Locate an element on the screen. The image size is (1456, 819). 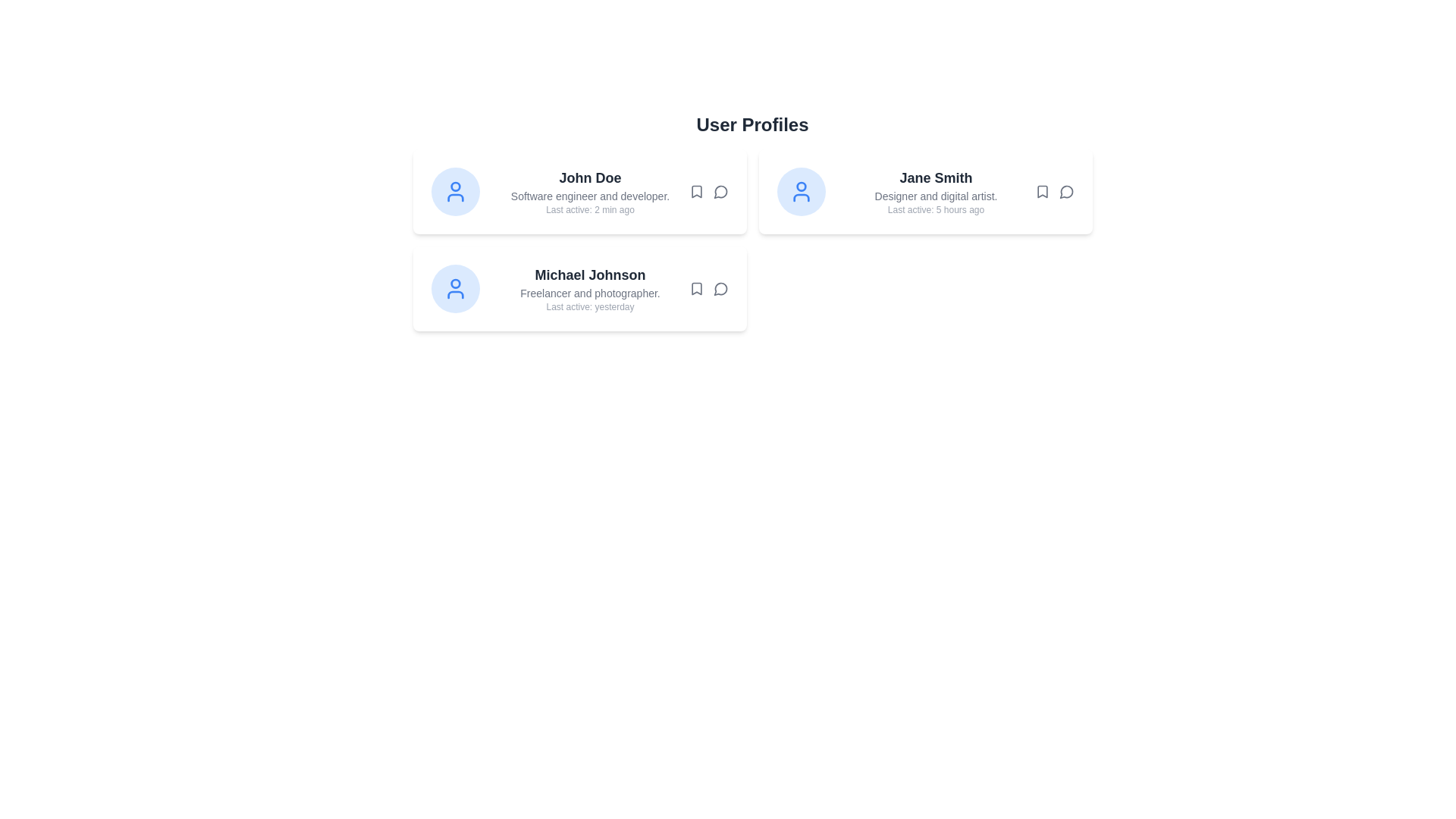
the Profile card located at the bottom-left of the grid, which contains a user avatar, name, profession, and last active time is located at coordinates (579, 289).